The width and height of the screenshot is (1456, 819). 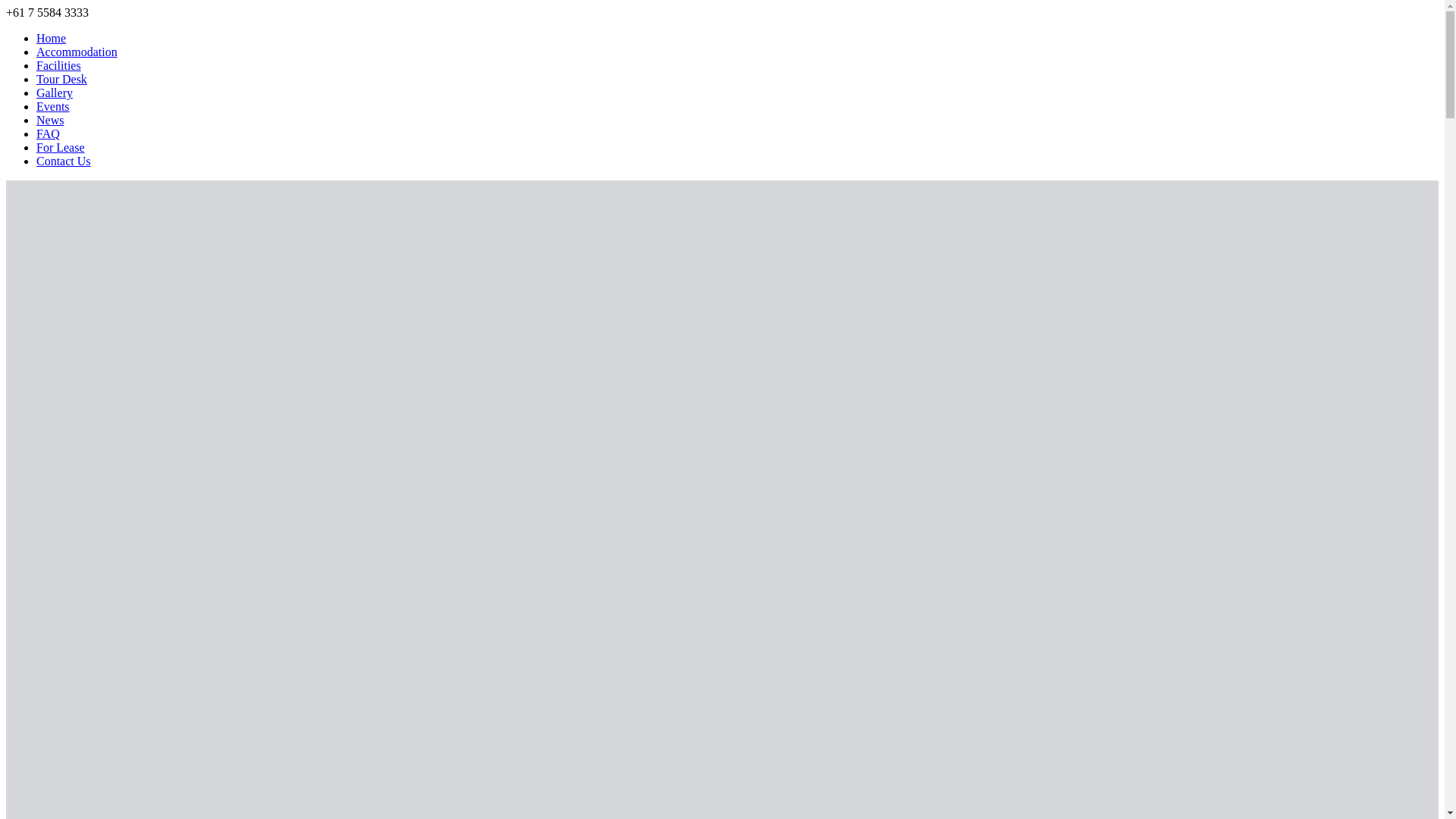 What do you see at coordinates (53, 105) in the screenshot?
I see `'Events'` at bounding box center [53, 105].